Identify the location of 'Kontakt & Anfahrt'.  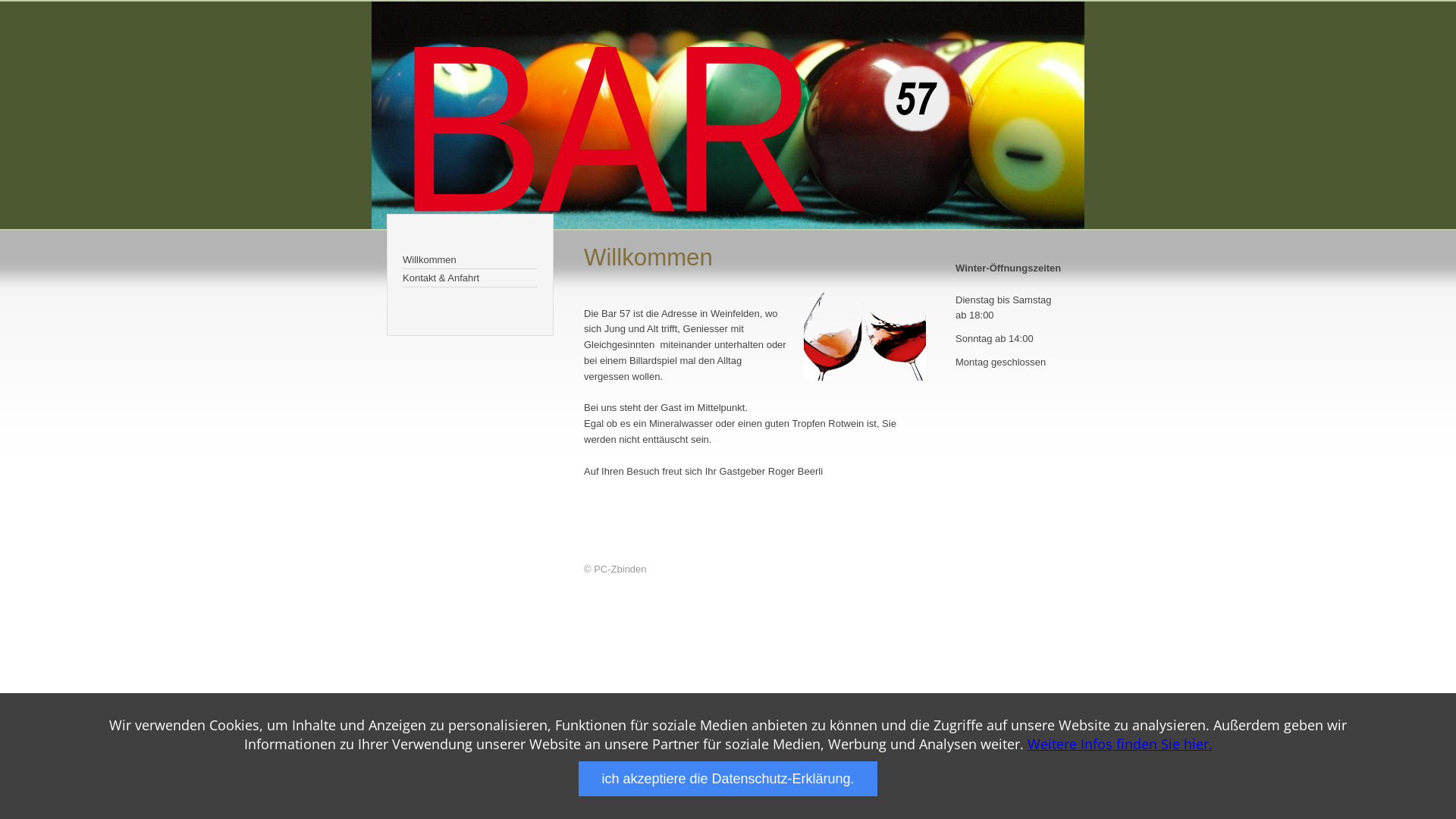
(469, 278).